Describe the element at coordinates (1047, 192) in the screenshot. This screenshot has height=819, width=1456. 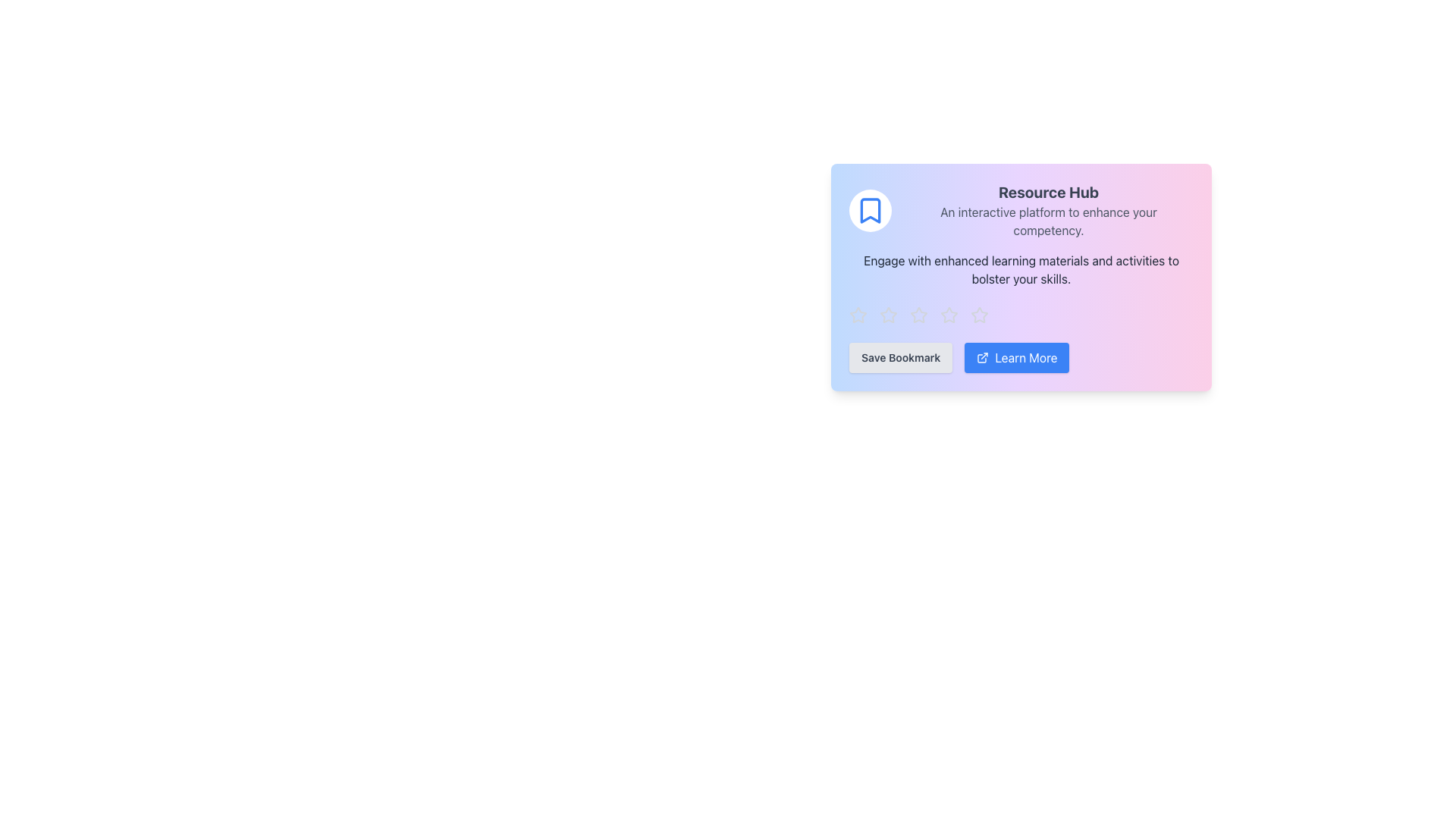
I see `the static text element displaying 'Resource Hub', which is styled in bold and large font, located at the top center of a card component` at that location.